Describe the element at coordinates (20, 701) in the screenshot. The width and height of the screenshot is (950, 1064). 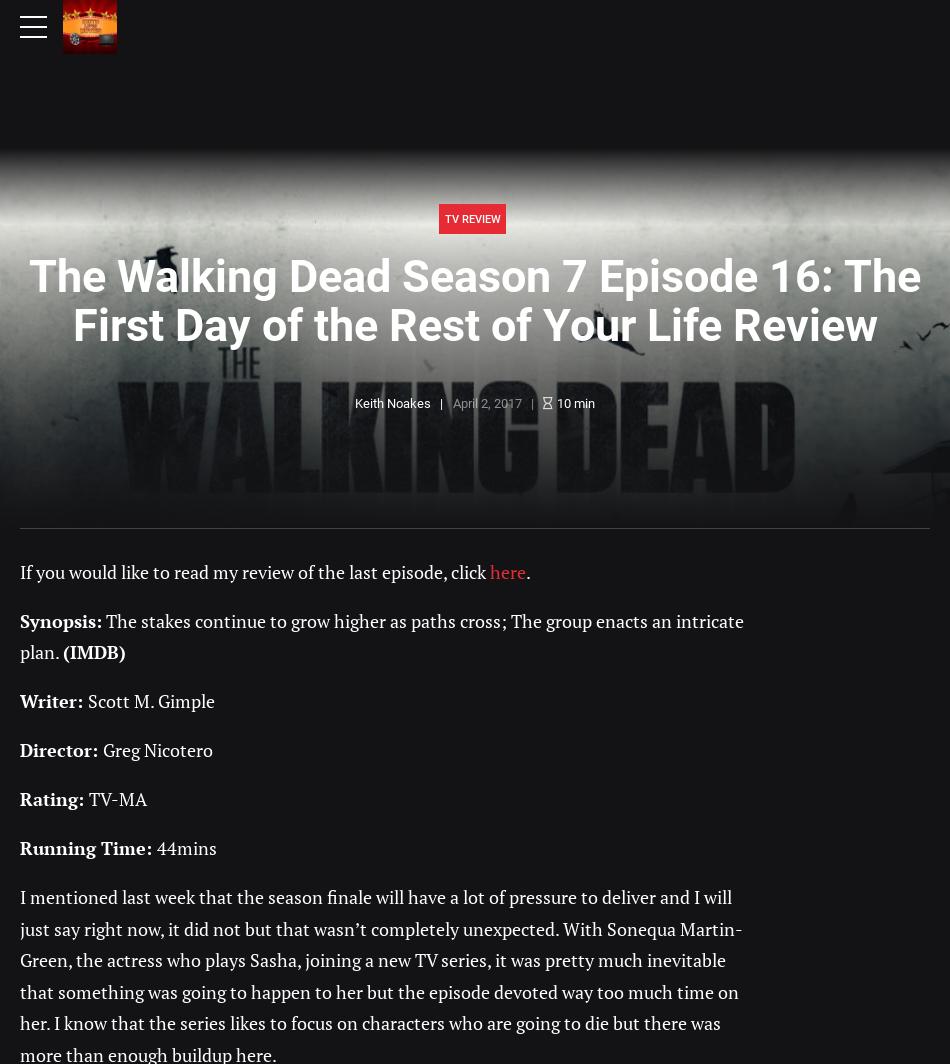
I see `'Writer:'` at that location.